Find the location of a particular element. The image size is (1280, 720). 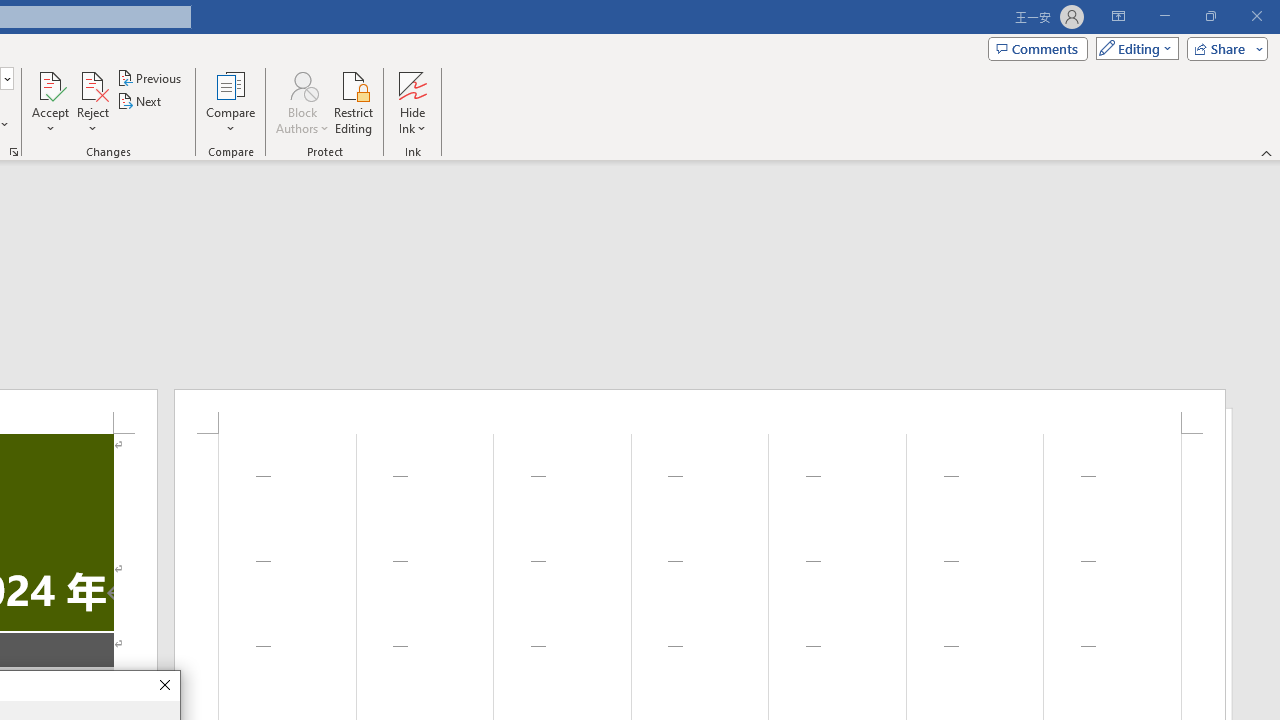

'Hide Ink' is located at coordinates (411, 103).